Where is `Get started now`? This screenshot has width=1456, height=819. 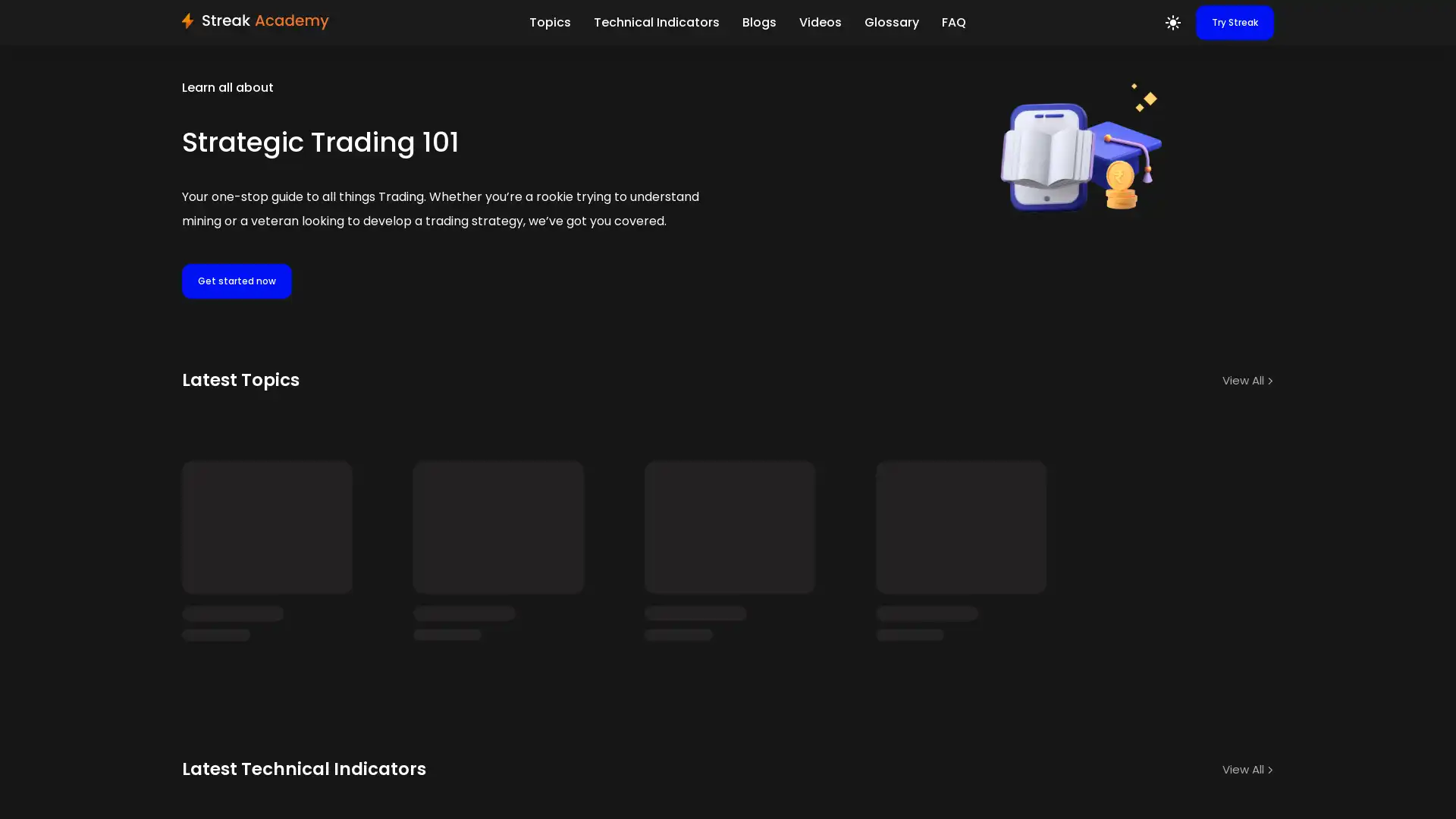
Get started now is located at coordinates (236, 281).